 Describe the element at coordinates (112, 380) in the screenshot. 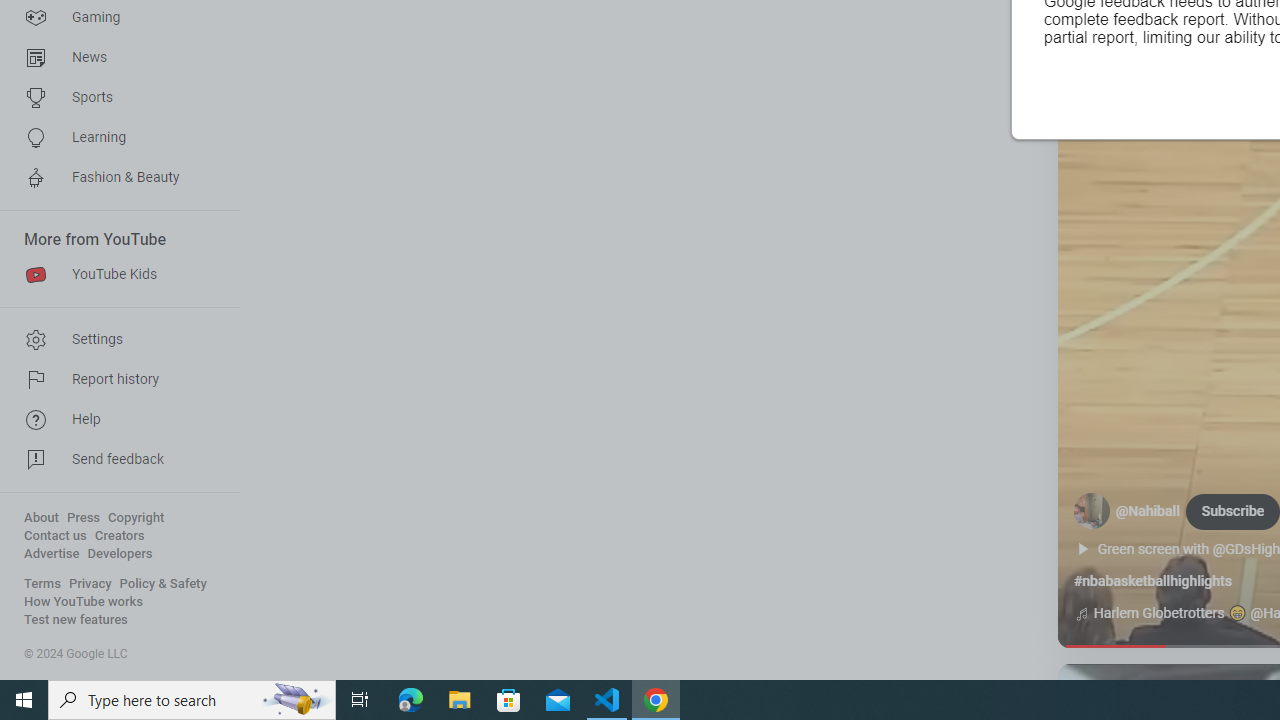

I see `'Report history'` at that location.